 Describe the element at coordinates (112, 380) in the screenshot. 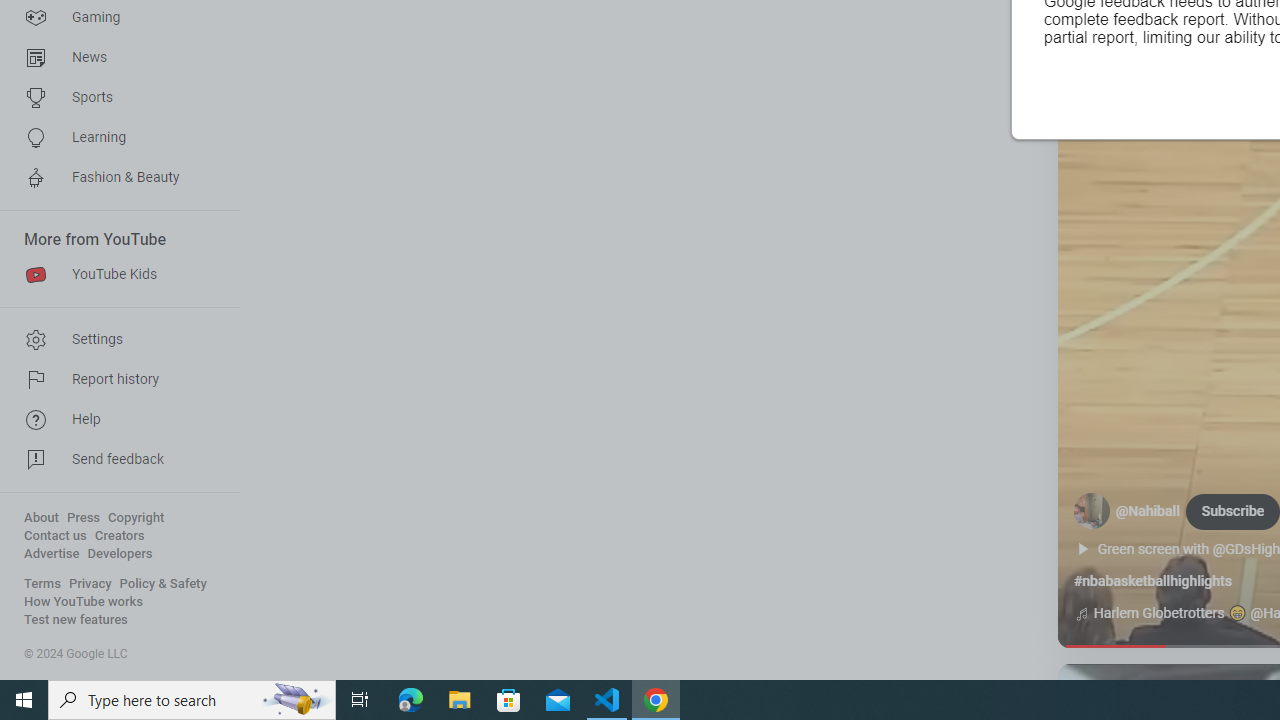

I see `'Report history'` at that location.